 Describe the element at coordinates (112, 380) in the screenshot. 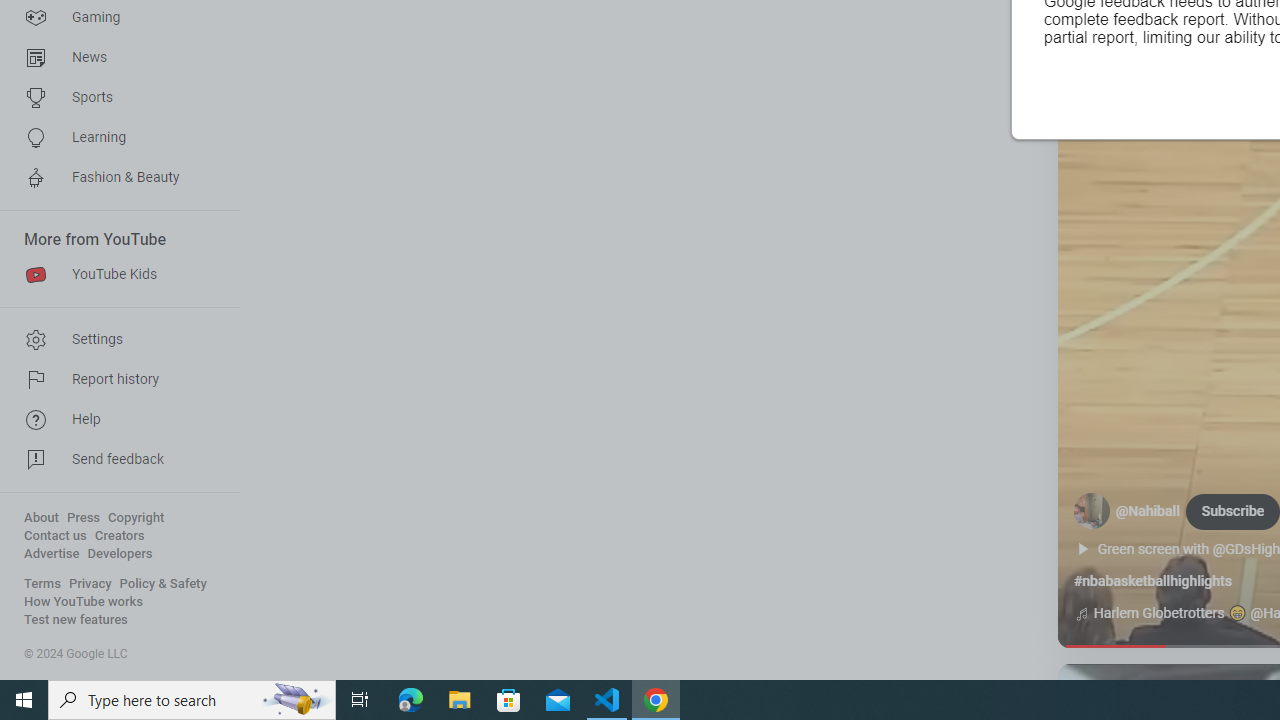

I see `'Report history'` at that location.